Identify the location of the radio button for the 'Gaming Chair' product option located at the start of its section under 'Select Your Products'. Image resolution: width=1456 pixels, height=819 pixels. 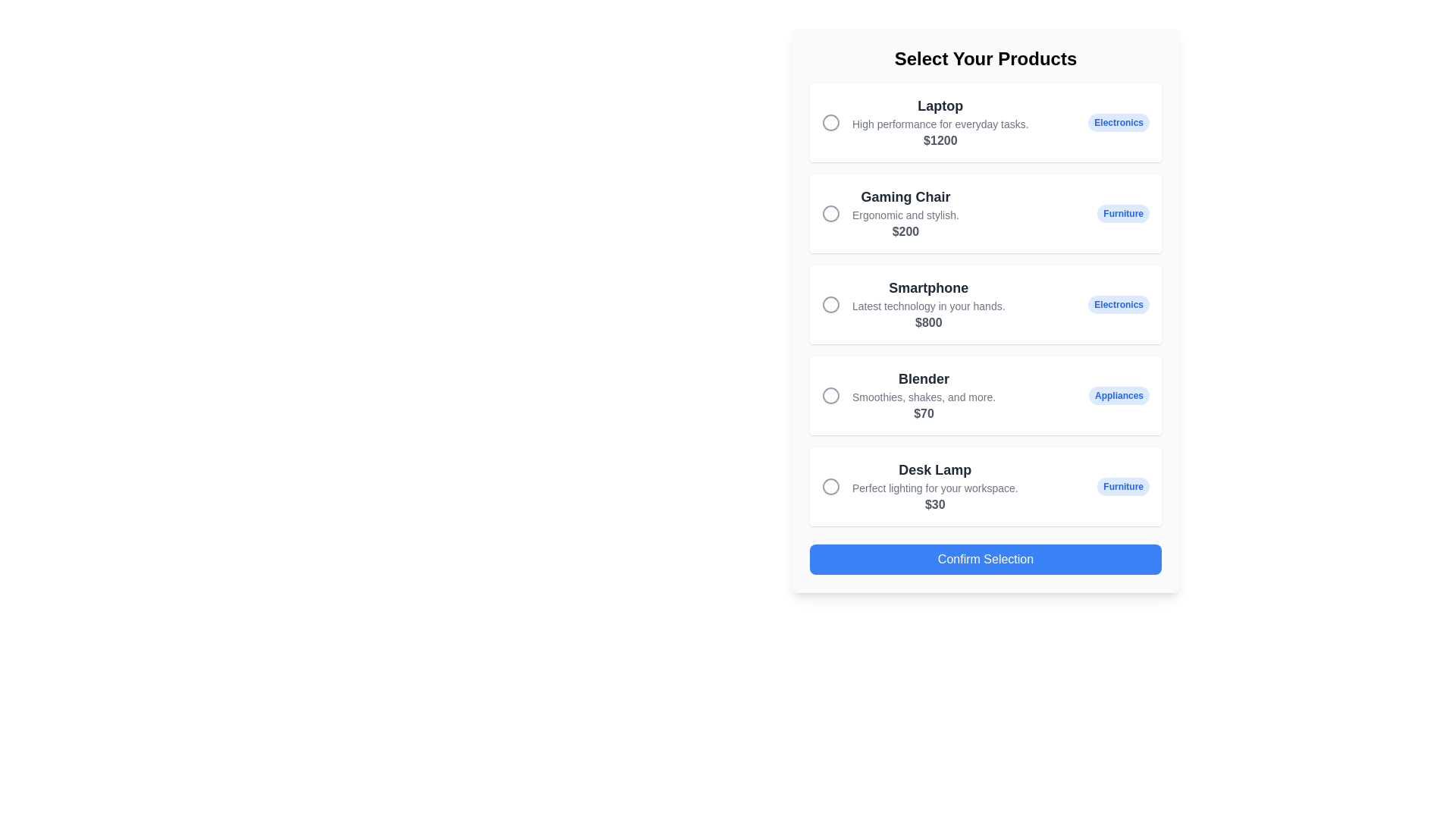
(830, 213).